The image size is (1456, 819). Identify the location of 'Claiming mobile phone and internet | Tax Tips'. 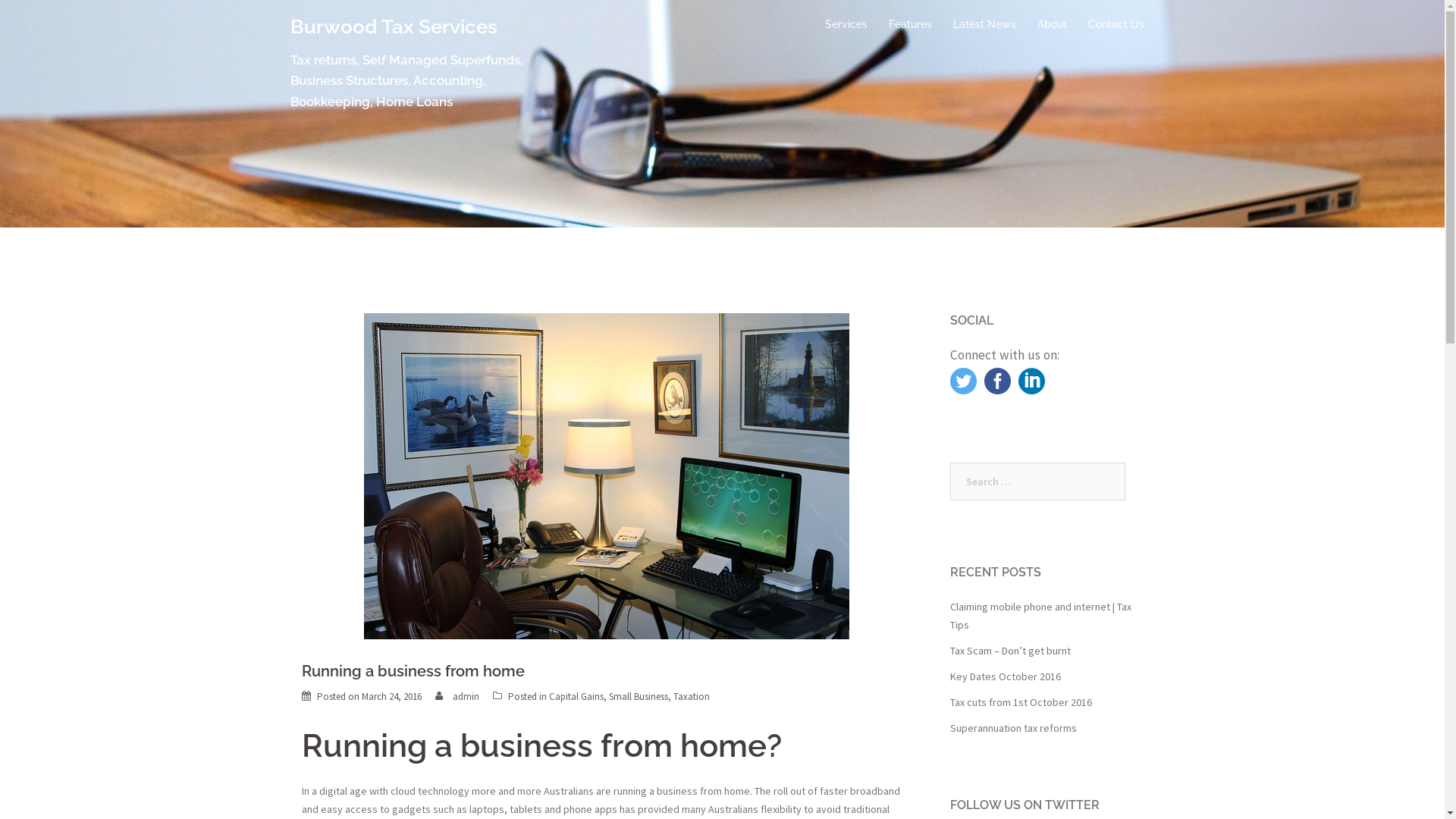
(1039, 616).